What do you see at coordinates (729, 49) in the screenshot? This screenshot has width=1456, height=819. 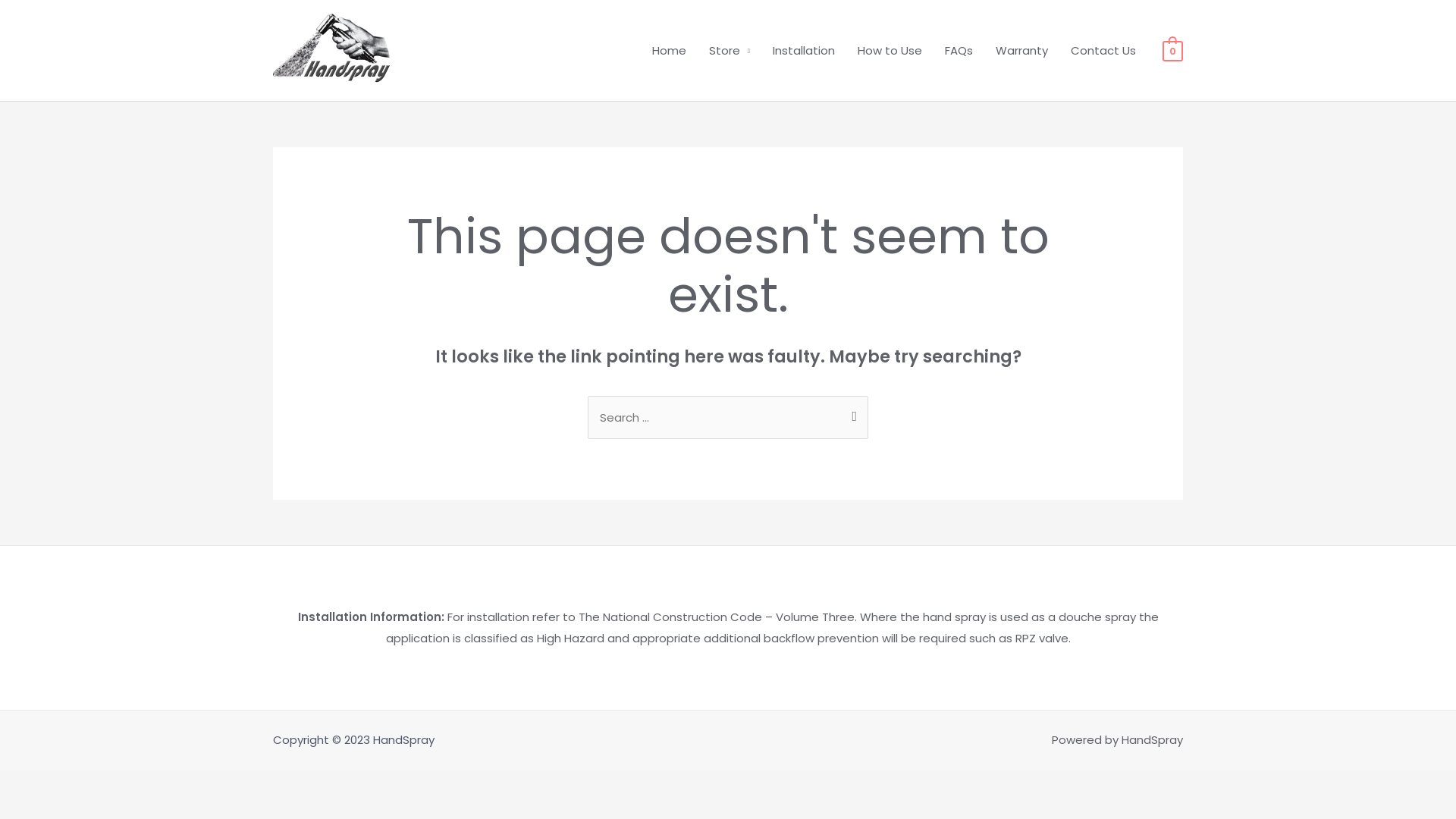 I see `'Store'` at bounding box center [729, 49].